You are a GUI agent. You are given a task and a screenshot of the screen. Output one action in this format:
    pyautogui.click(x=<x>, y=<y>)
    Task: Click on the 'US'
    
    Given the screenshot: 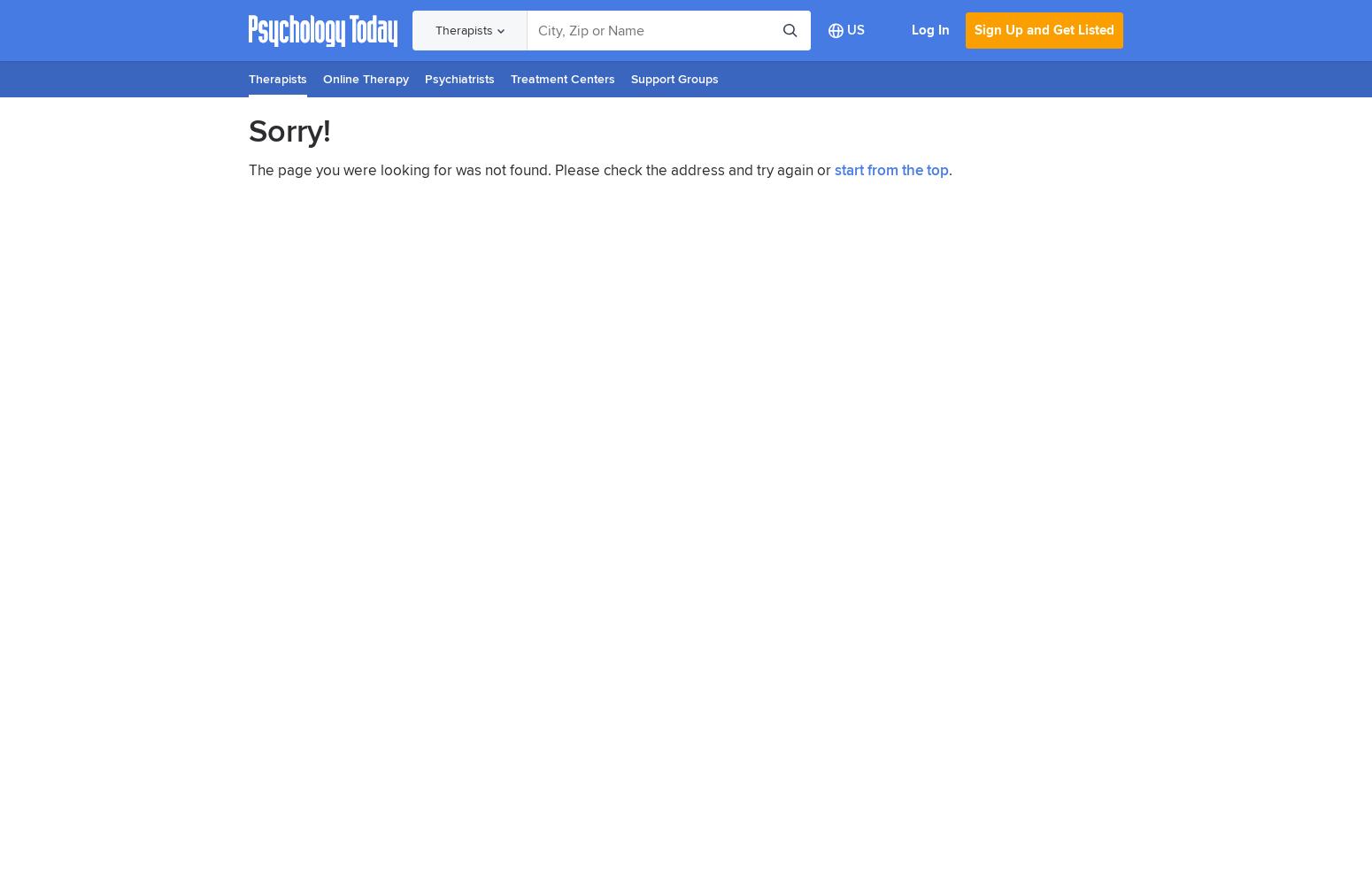 What is the action you would take?
    pyautogui.click(x=855, y=30)
    